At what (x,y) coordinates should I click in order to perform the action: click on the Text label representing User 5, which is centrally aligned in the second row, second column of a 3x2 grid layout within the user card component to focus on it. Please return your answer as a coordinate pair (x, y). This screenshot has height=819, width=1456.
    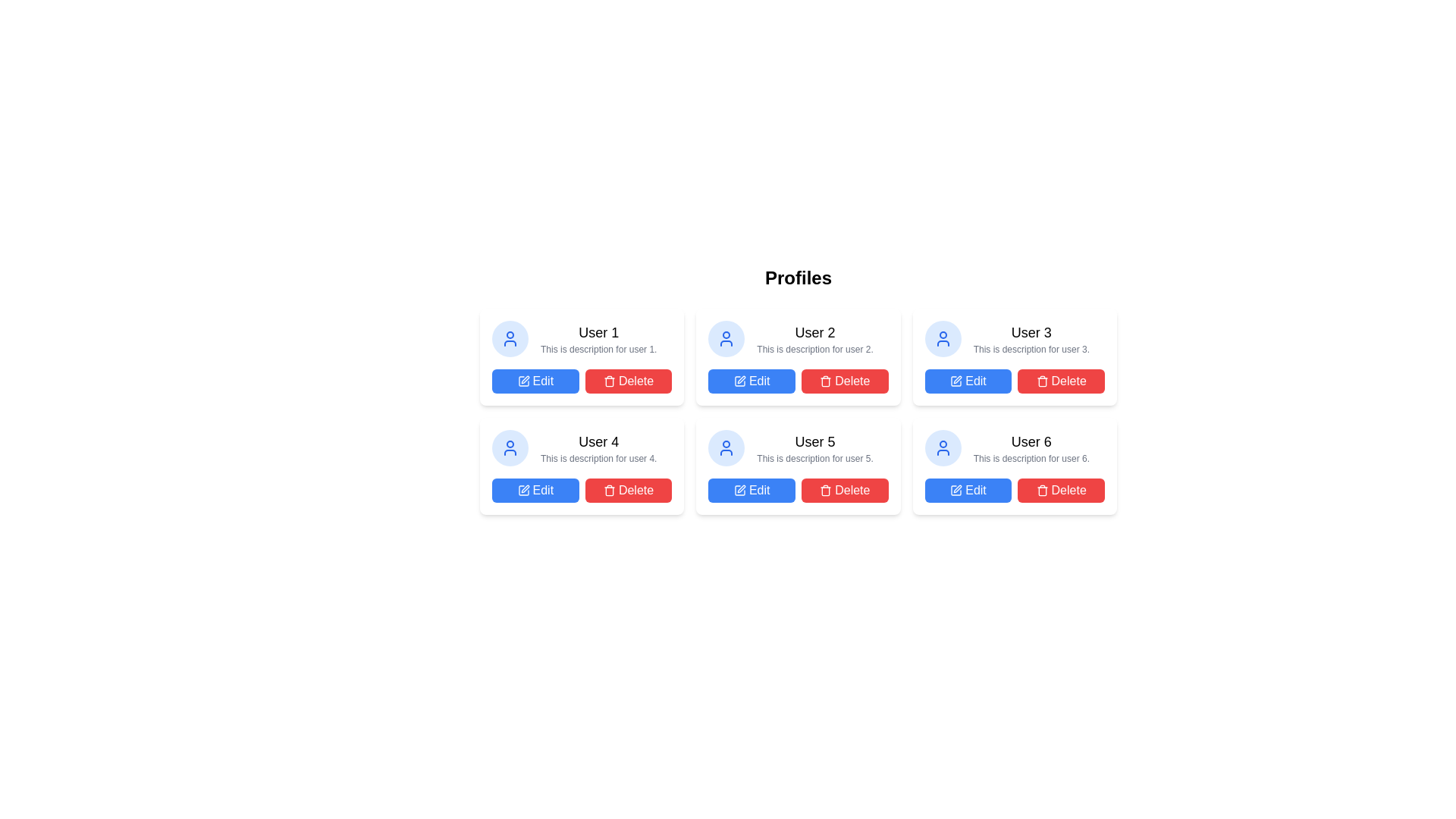
    Looking at the image, I should click on (797, 432).